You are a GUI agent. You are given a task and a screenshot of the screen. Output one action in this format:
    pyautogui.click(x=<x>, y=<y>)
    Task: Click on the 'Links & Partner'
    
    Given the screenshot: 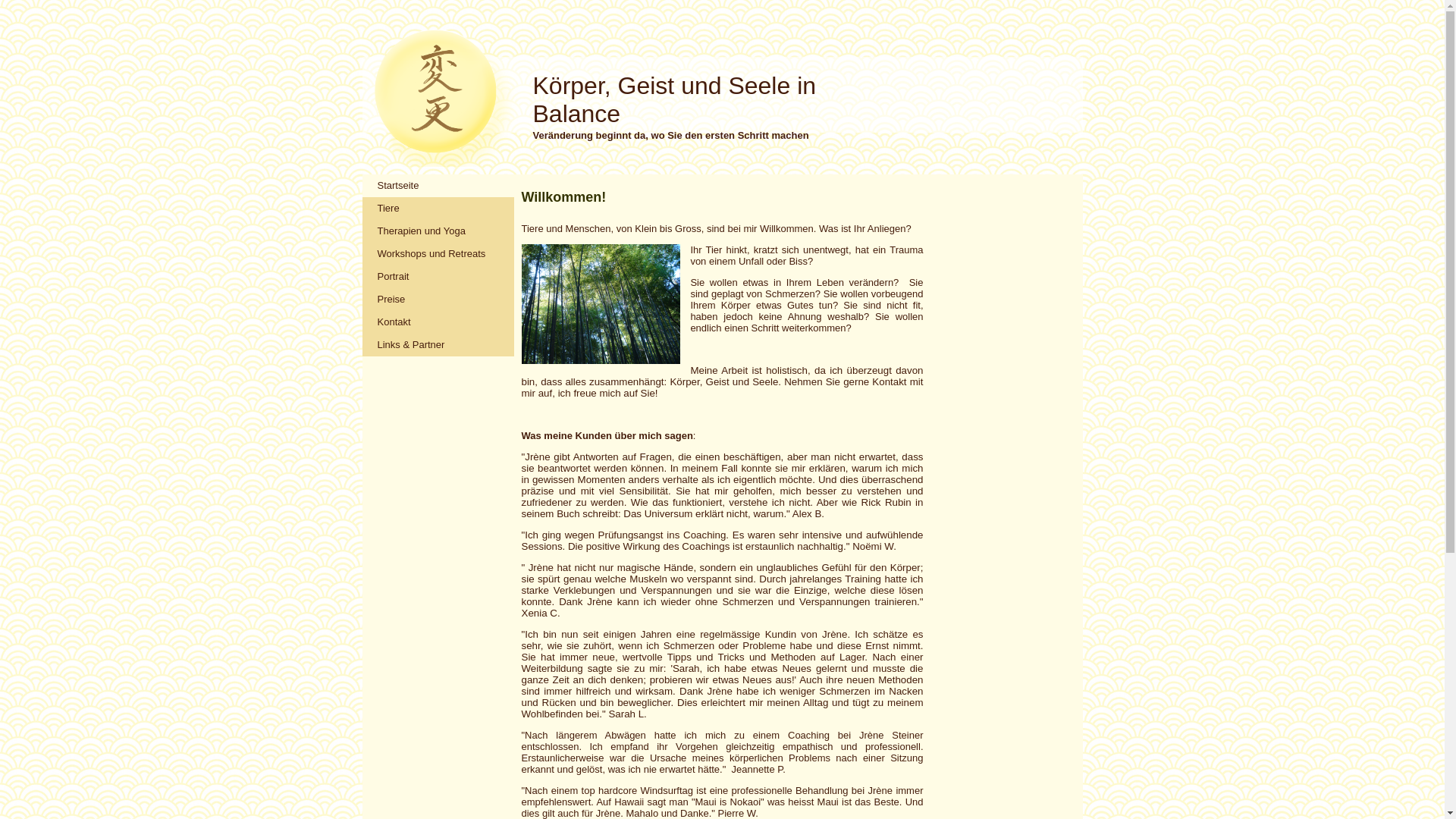 What is the action you would take?
    pyautogui.click(x=362, y=345)
    